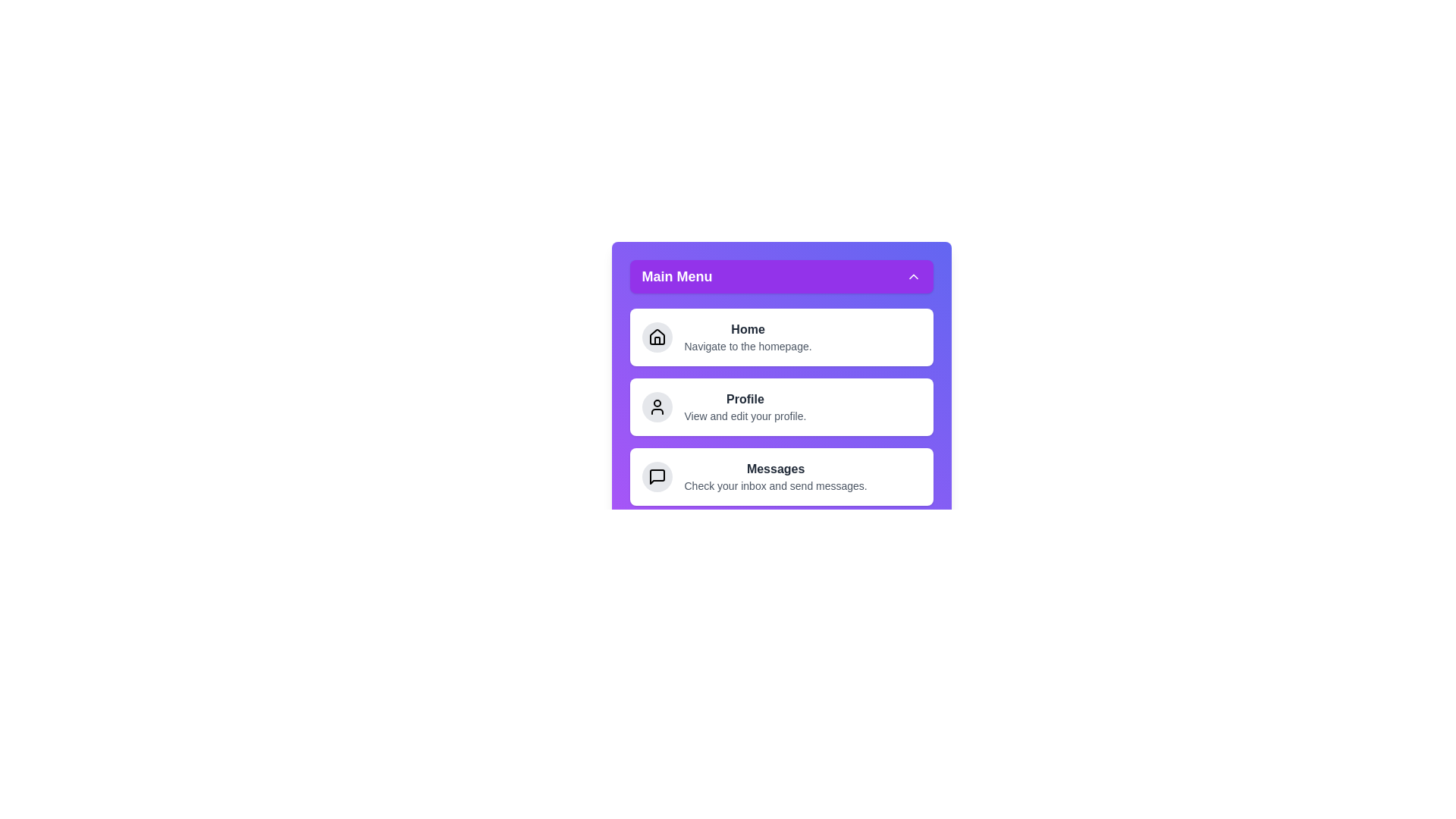  I want to click on the icon for Messages in the menu, so click(657, 475).